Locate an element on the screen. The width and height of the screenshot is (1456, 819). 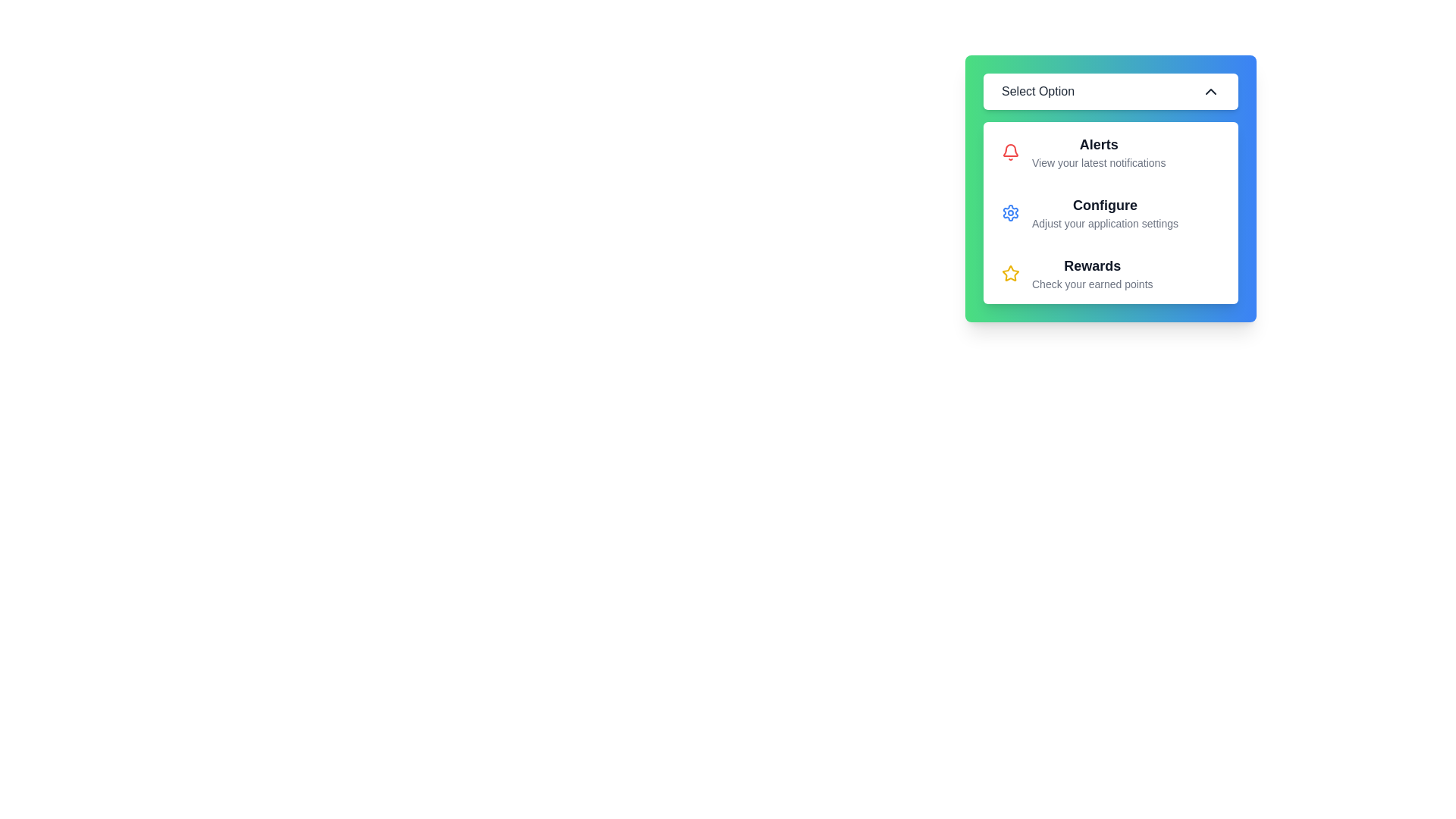
the descriptive text label located under the 'Alerts' section in the dropdown menu, positioned to the right of the bell icon is located at coordinates (1099, 163).